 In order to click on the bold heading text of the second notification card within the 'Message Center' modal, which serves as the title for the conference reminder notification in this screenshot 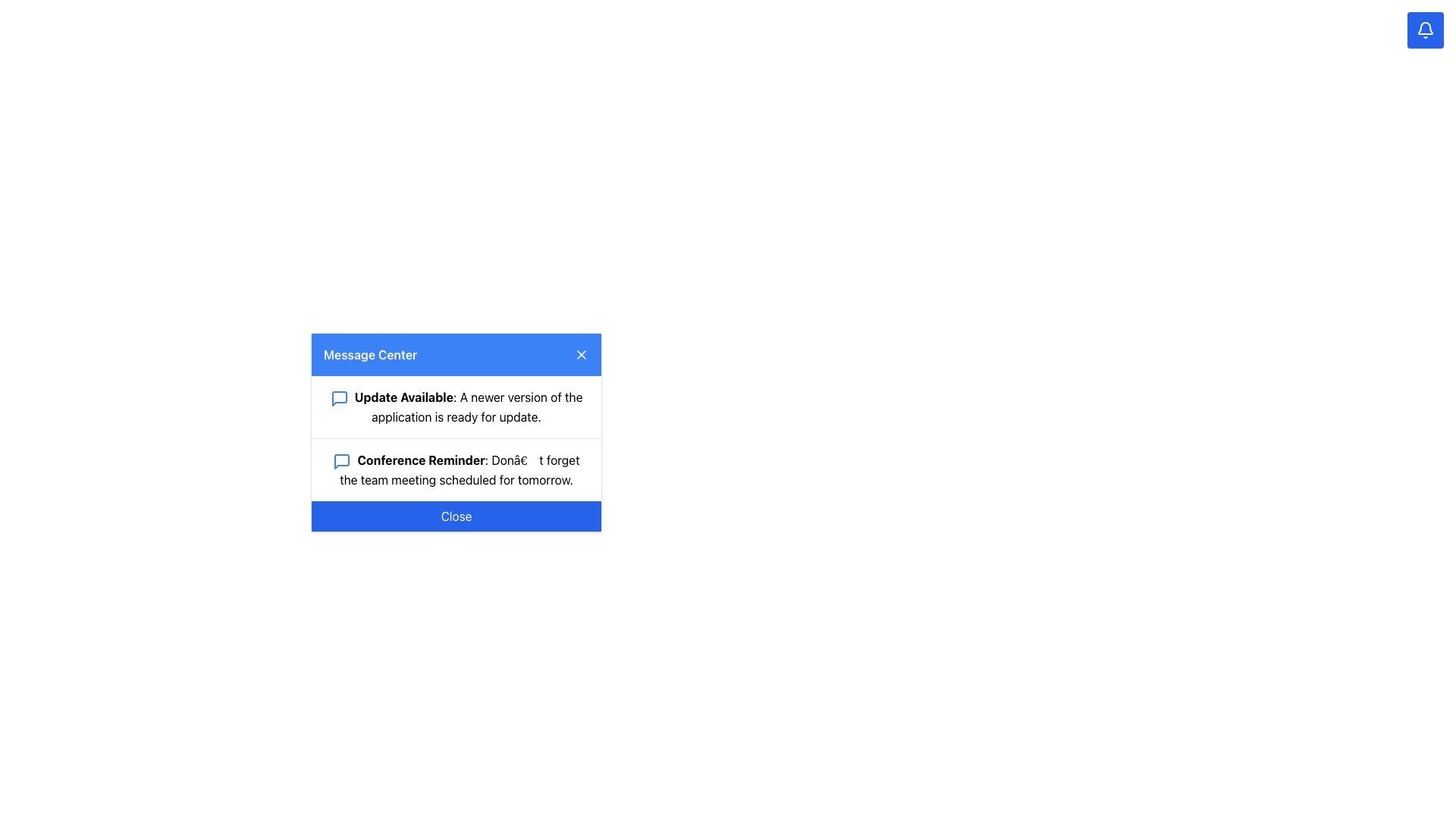, I will do `click(421, 459)`.